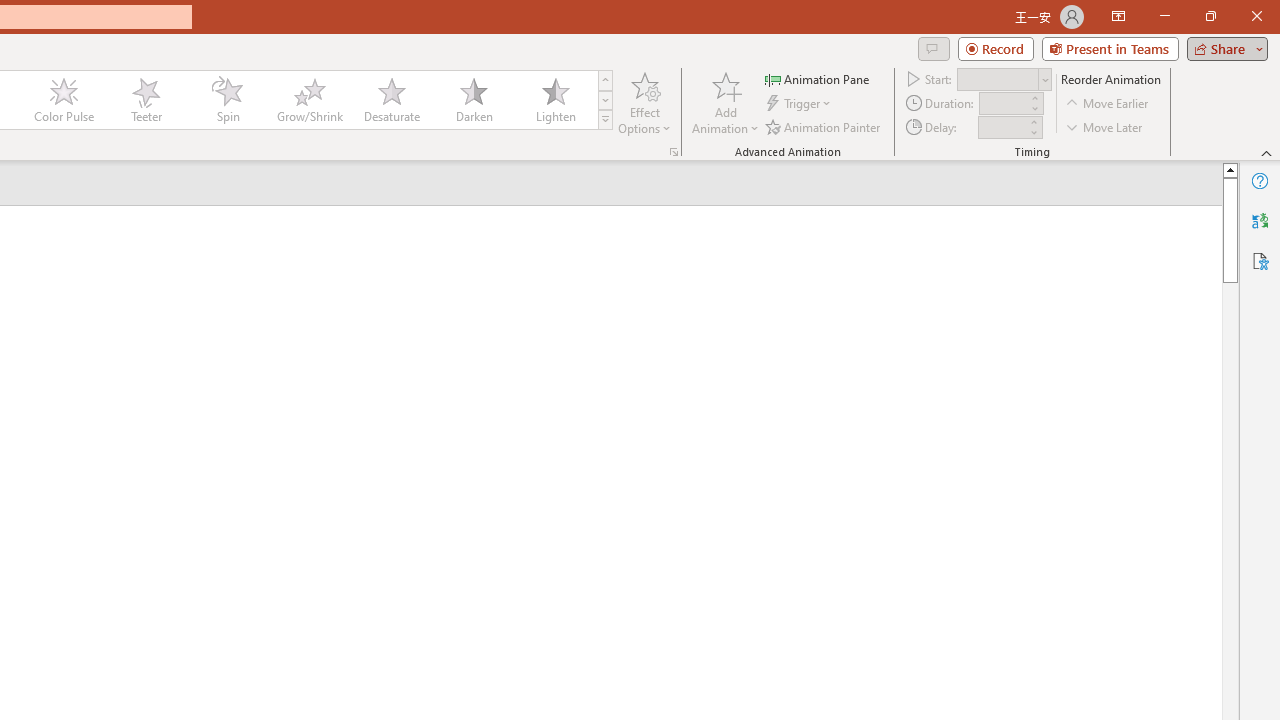 The height and width of the screenshot is (720, 1280). I want to click on 'Darken', so click(472, 100).